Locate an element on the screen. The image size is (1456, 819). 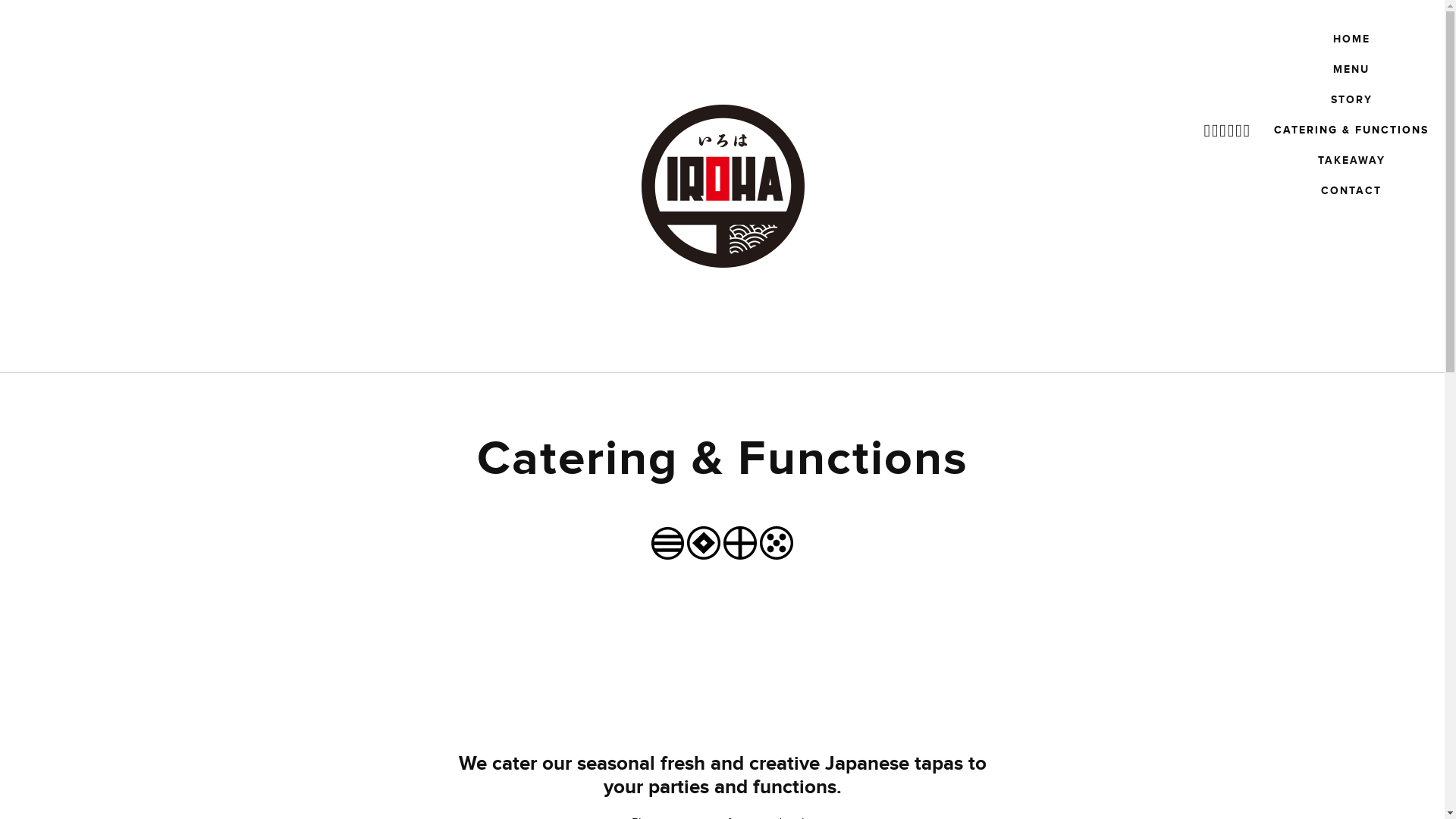
'HOME' is located at coordinates (1324, 38).